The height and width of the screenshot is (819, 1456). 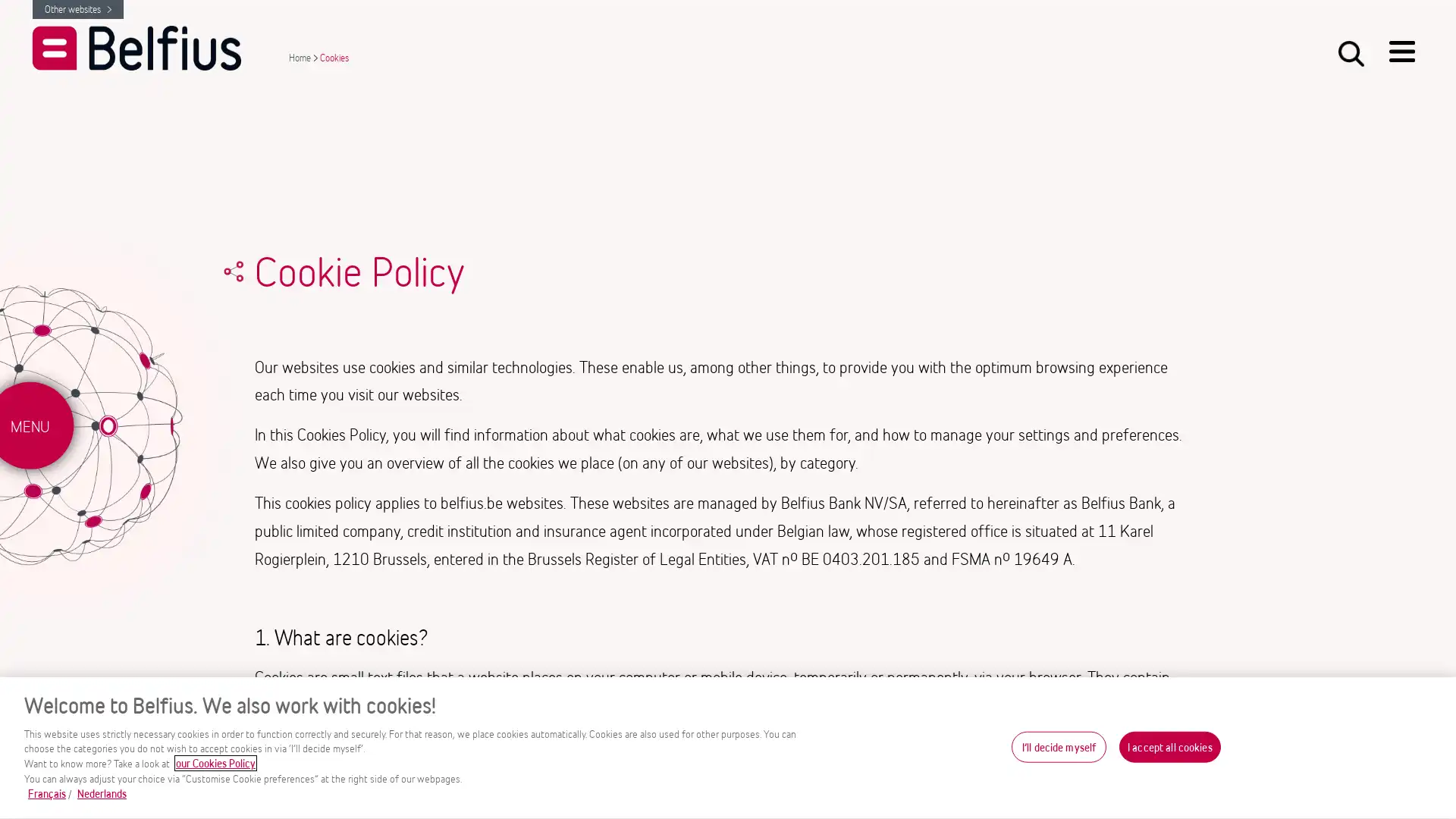 I want to click on Ill decide myself, so click(x=1058, y=745).